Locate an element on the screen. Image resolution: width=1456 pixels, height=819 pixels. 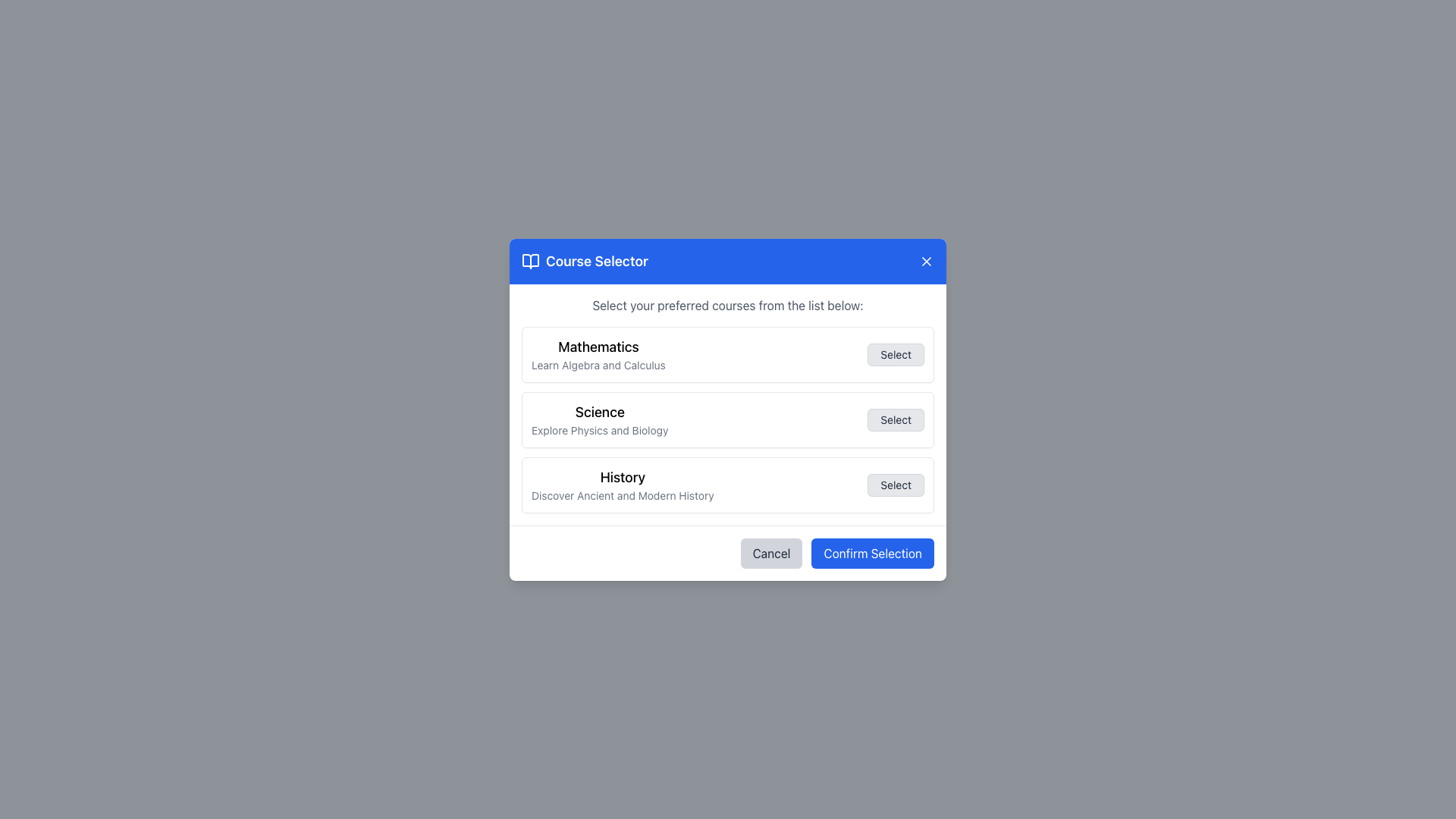
the text label containing the phrase 'Explore Physics and Biology', which is a descriptive subtitle under the bold heading 'Science' in the 'Course Selector' dialog box is located at coordinates (599, 430).